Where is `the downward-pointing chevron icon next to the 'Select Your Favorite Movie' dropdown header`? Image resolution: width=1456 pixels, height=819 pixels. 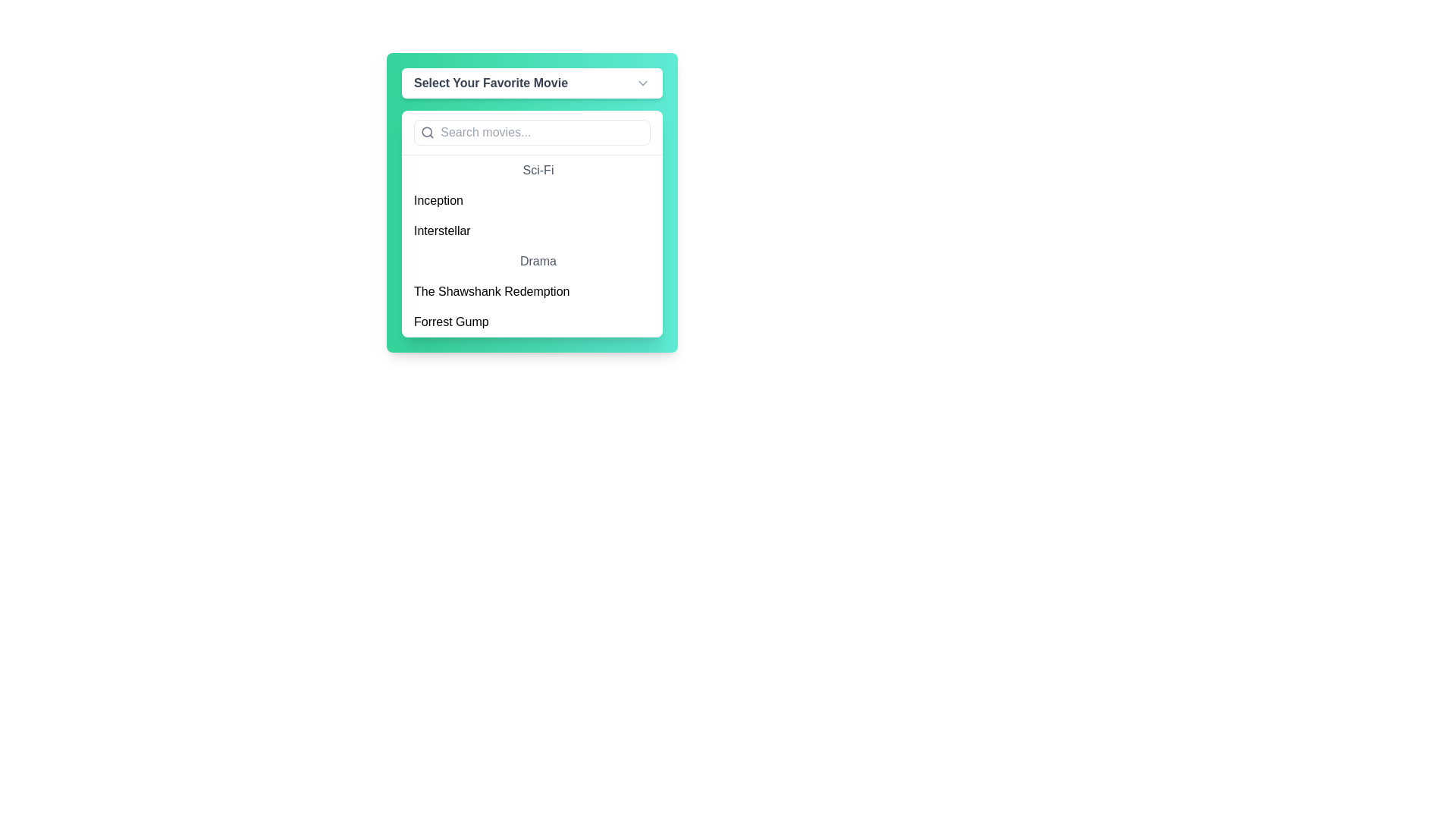
the downward-pointing chevron icon next to the 'Select Your Favorite Movie' dropdown header is located at coordinates (643, 83).